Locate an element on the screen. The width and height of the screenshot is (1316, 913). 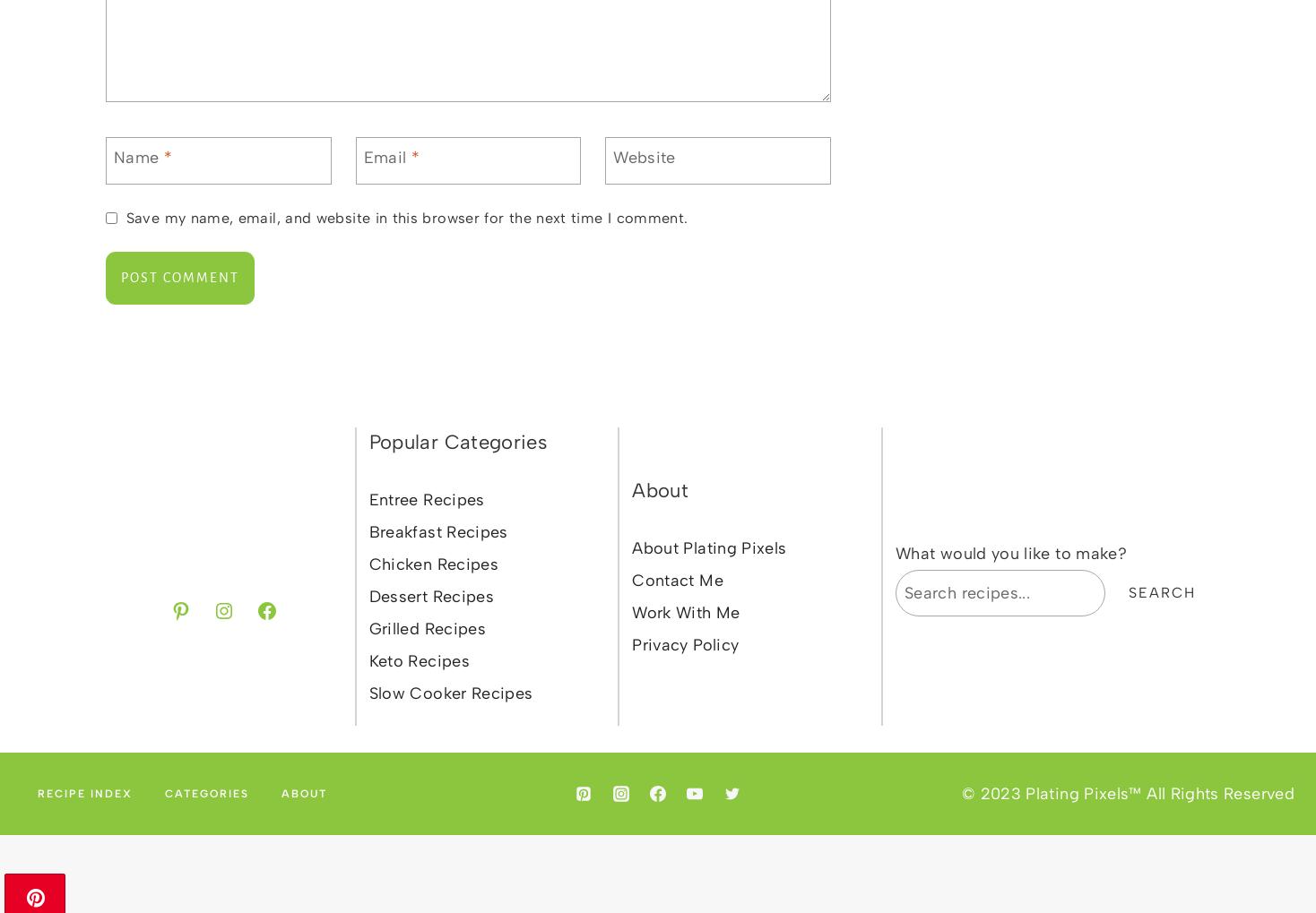
'Slow Cooker Recipes' is located at coordinates (449, 693).